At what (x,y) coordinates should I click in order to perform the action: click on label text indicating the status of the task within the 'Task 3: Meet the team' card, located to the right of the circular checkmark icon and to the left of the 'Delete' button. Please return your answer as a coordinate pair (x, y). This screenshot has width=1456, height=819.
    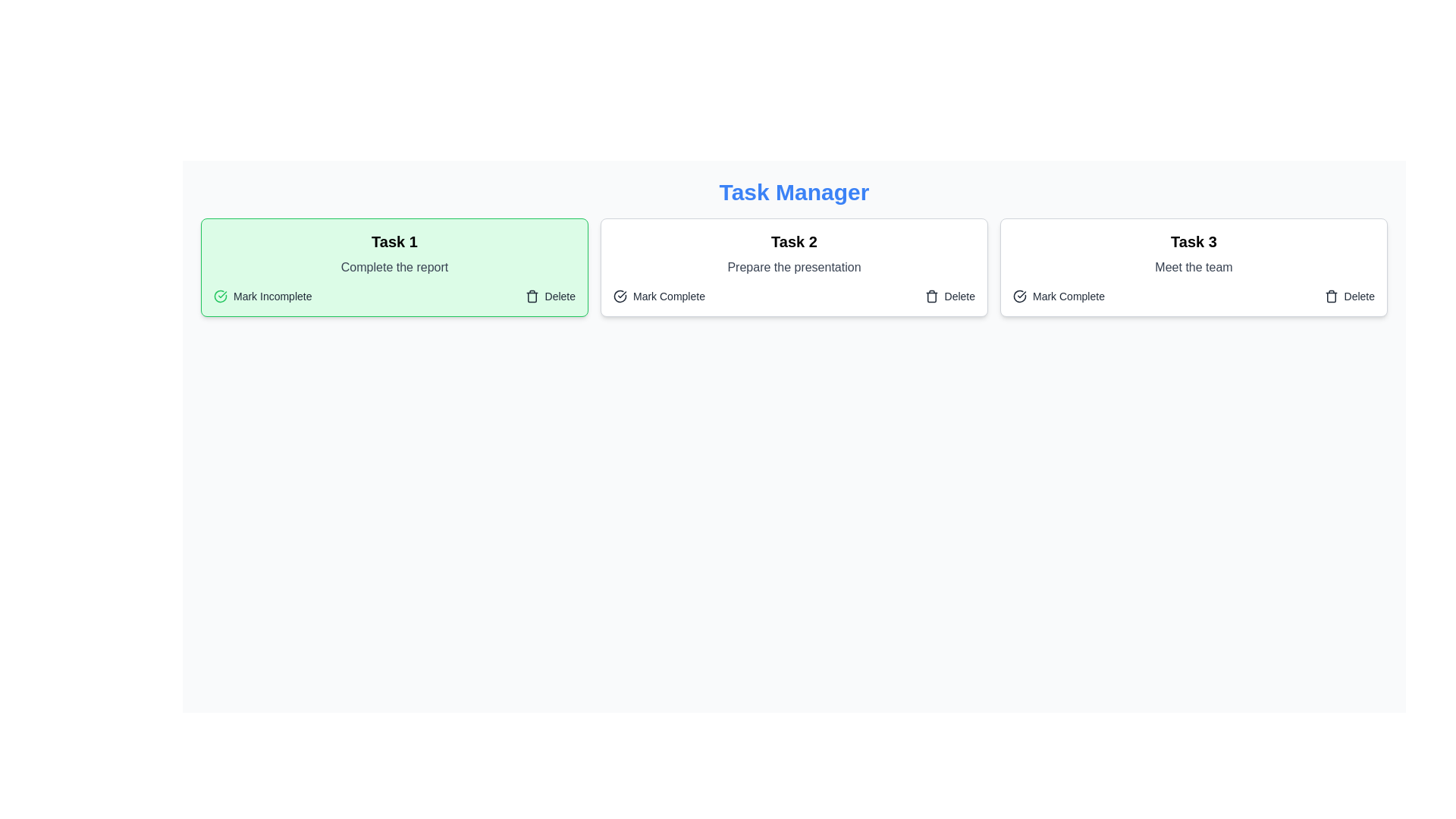
    Looking at the image, I should click on (1068, 296).